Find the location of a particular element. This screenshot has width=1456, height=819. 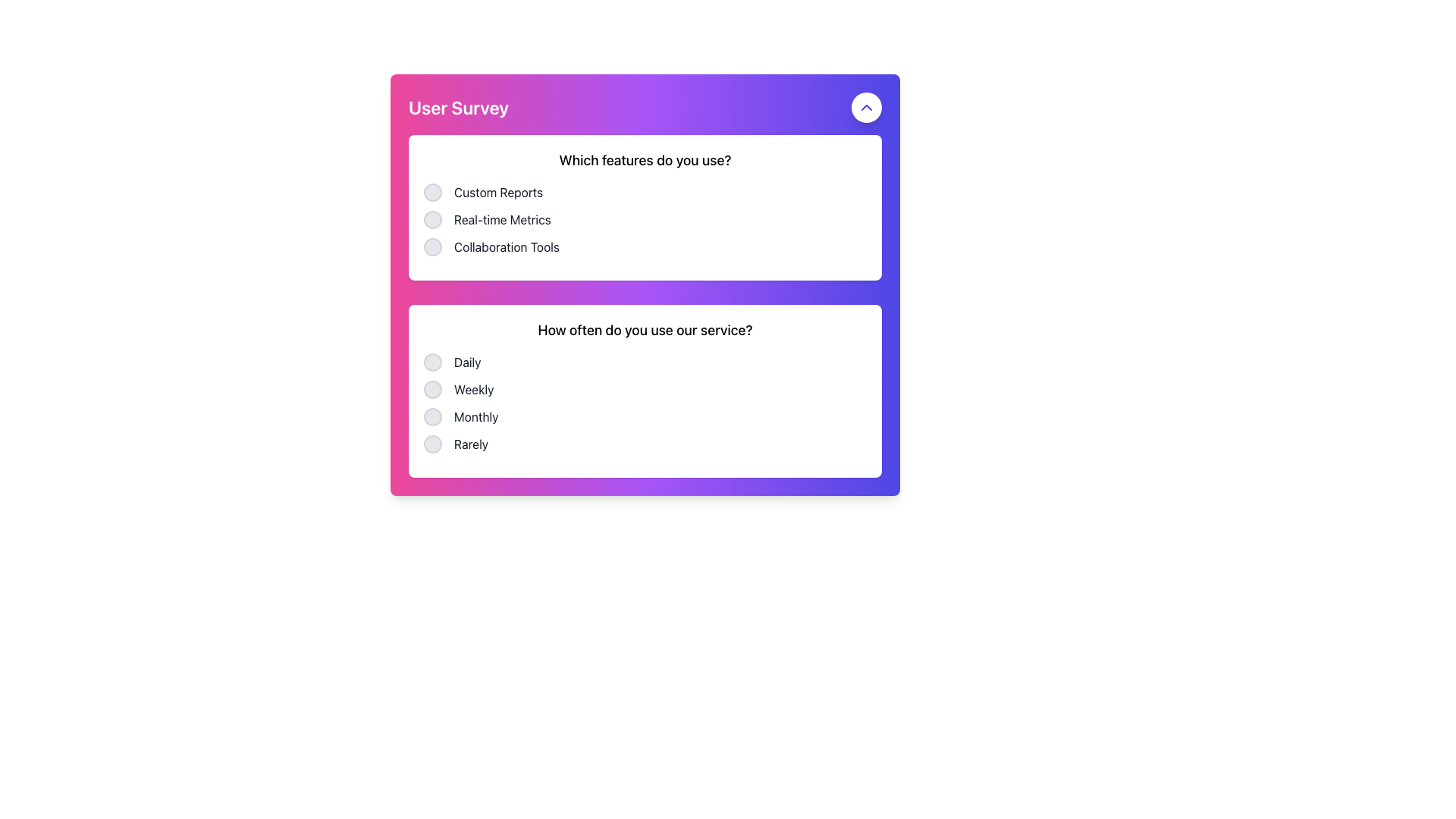

to select the 'Collaboration Tools' option from the selectable list item under the section titled 'Which features do you use?' is located at coordinates (645, 246).